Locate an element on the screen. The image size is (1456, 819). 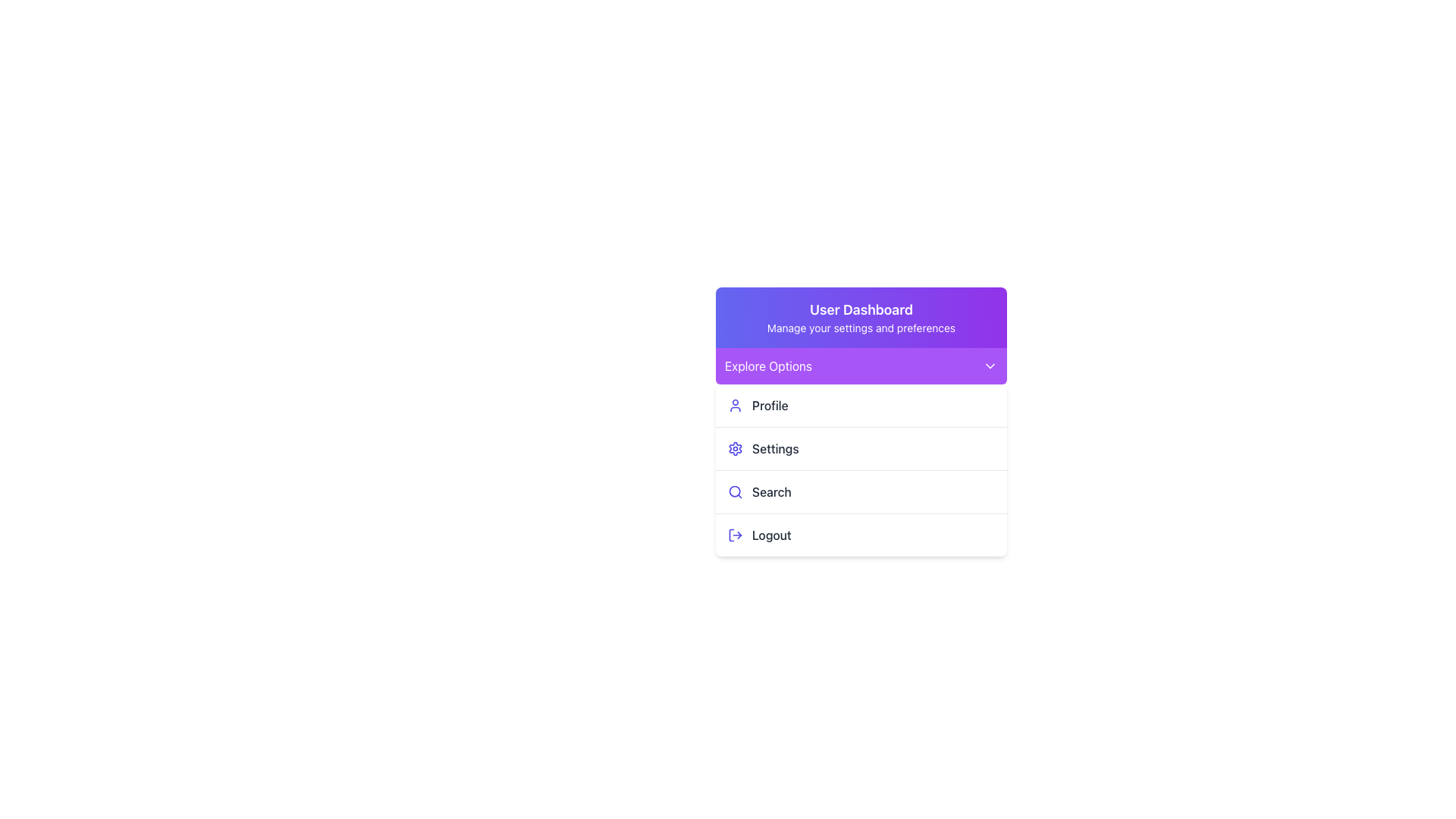
the chevron icon on the right side of the 'Explore Options' button in the purple header section of the User Dashboard is located at coordinates (990, 366).